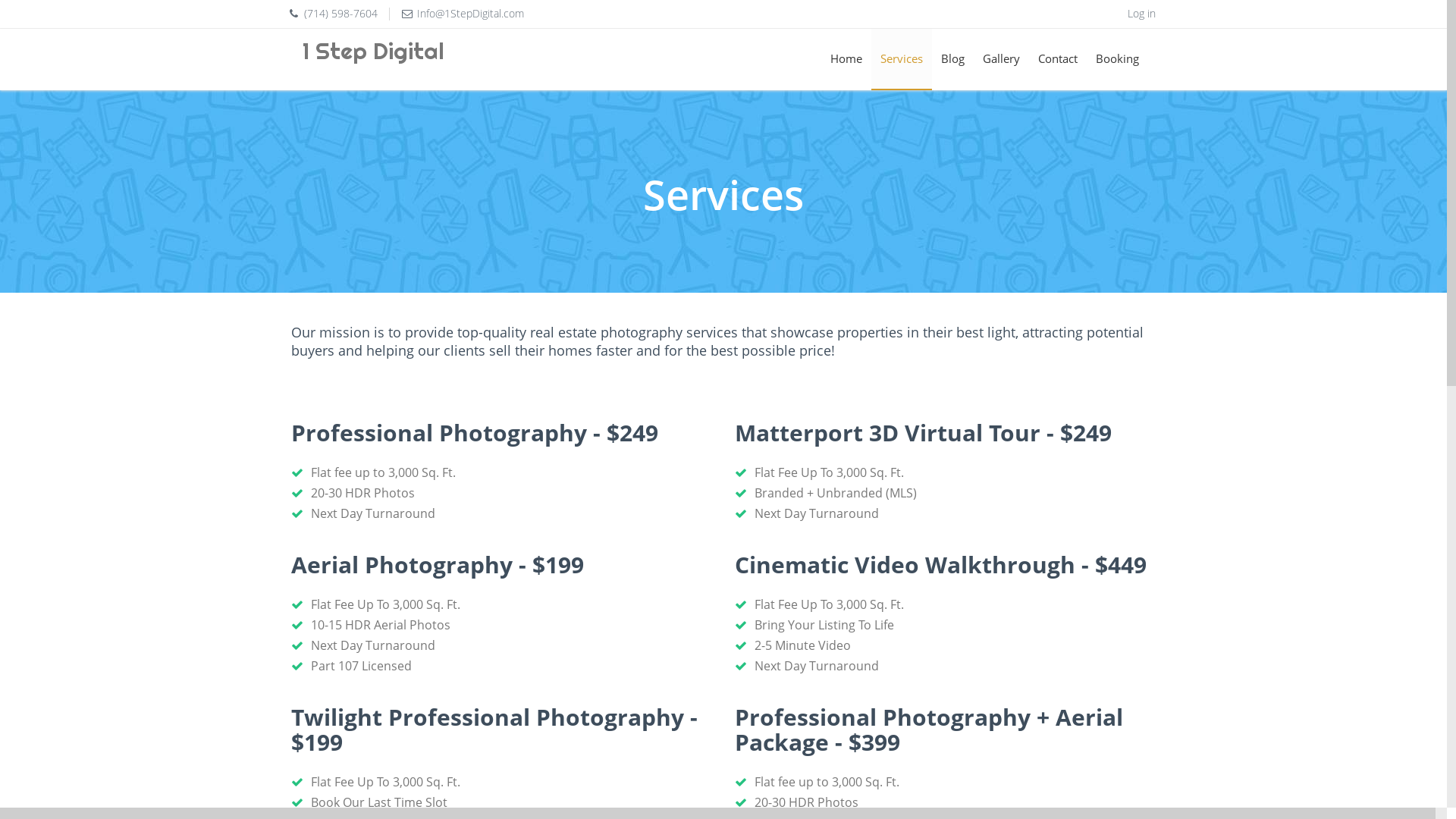 This screenshot has width=1456, height=819. What do you see at coordinates (1117, 58) in the screenshot?
I see `'Booking'` at bounding box center [1117, 58].